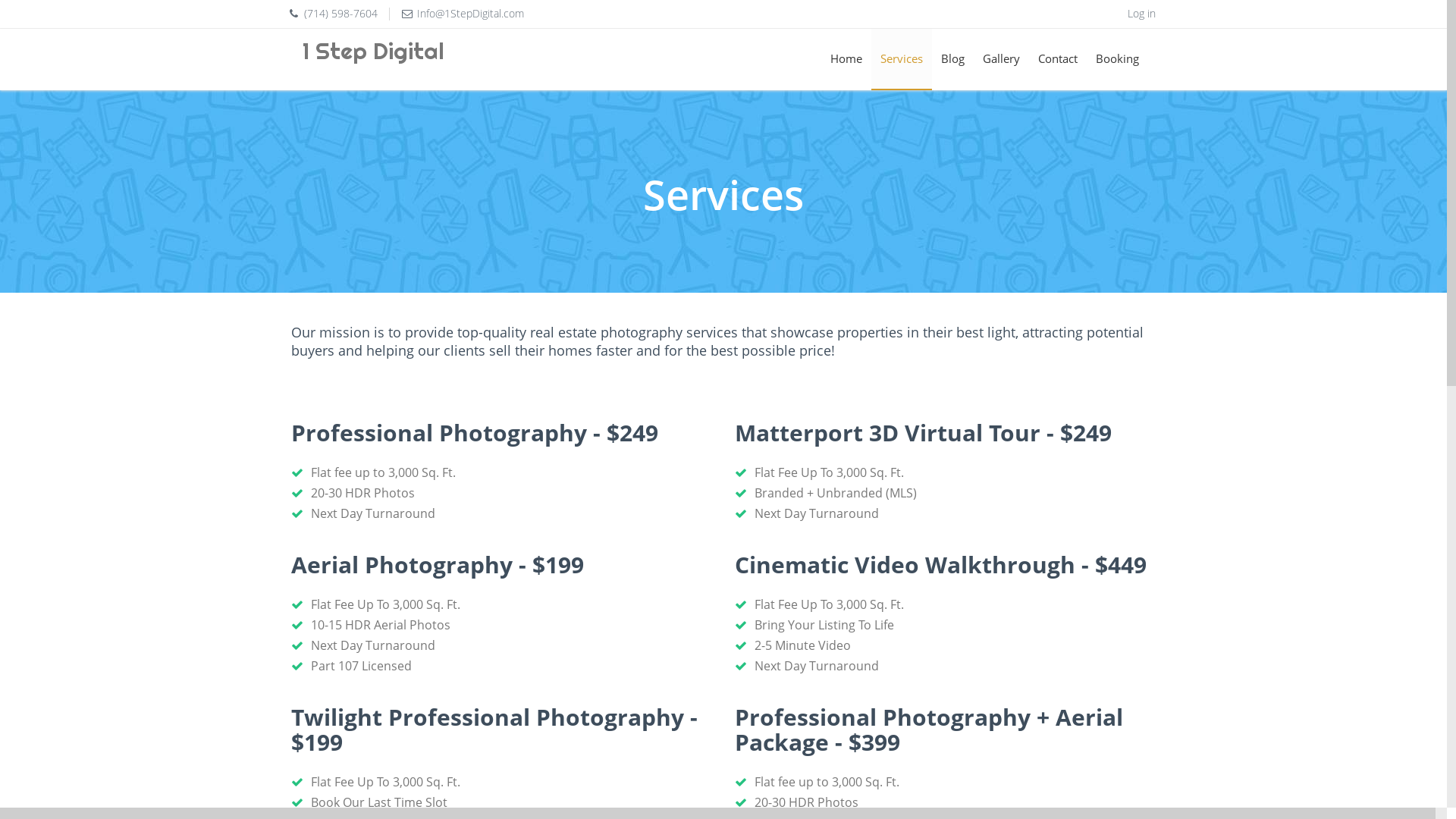 This screenshot has width=1456, height=819. What do you see at coordinates (1117, 58) in the screenshot?
I see `'Booking'` at bounding box center [1117, 58].